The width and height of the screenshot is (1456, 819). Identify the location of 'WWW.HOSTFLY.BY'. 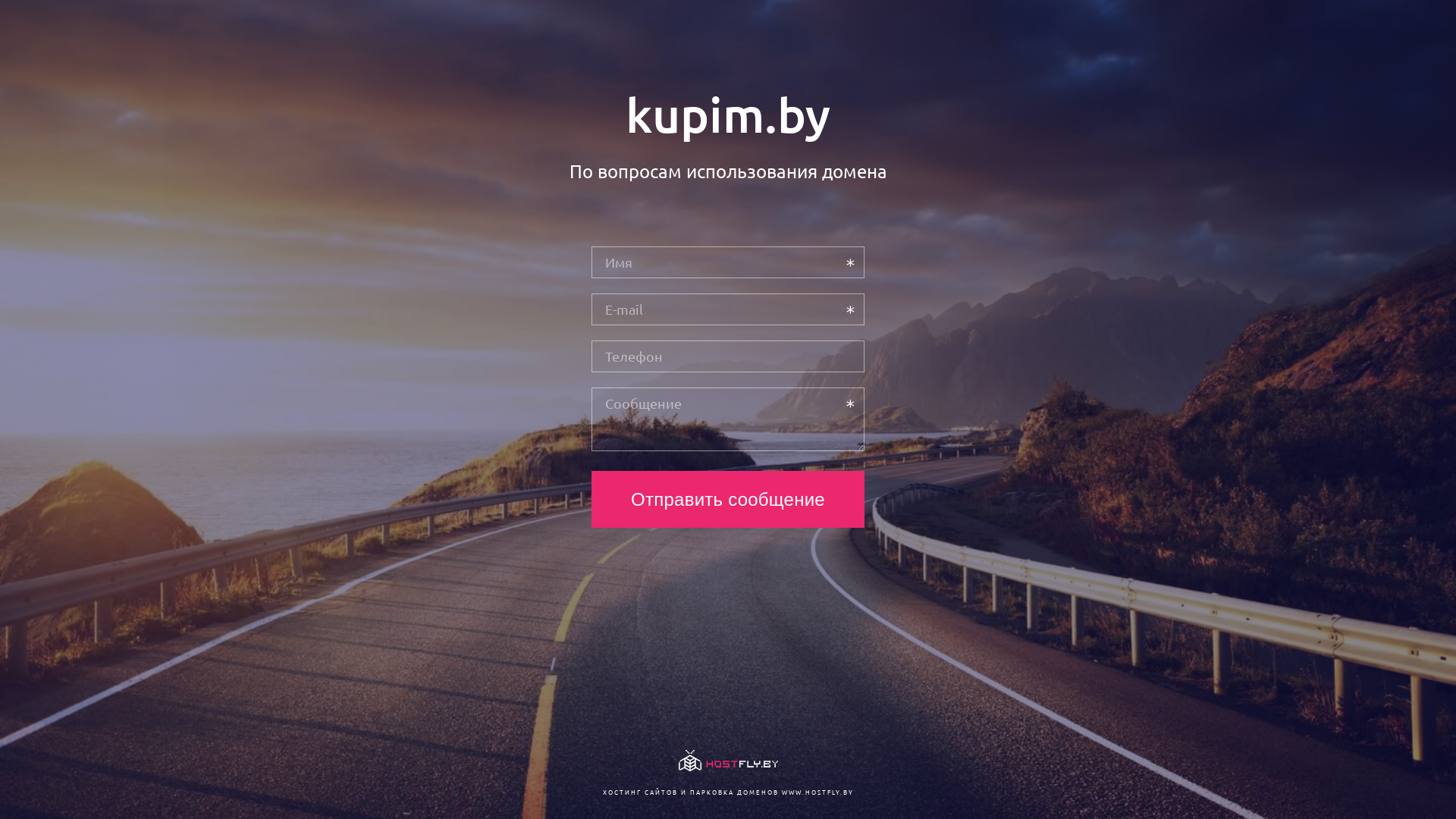
(816, 791).